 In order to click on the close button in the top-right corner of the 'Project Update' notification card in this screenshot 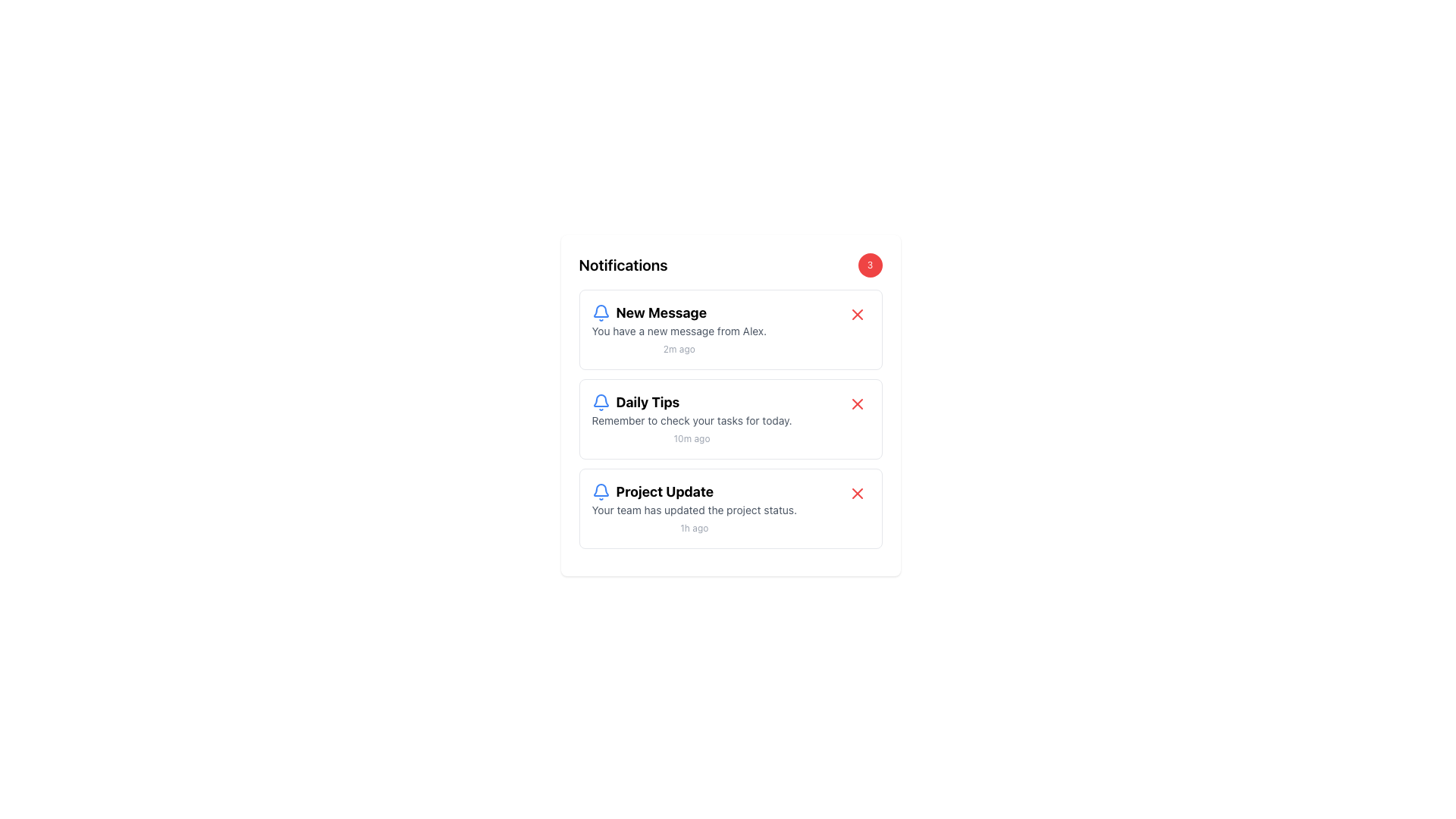, I will do `click(857, 494)`.